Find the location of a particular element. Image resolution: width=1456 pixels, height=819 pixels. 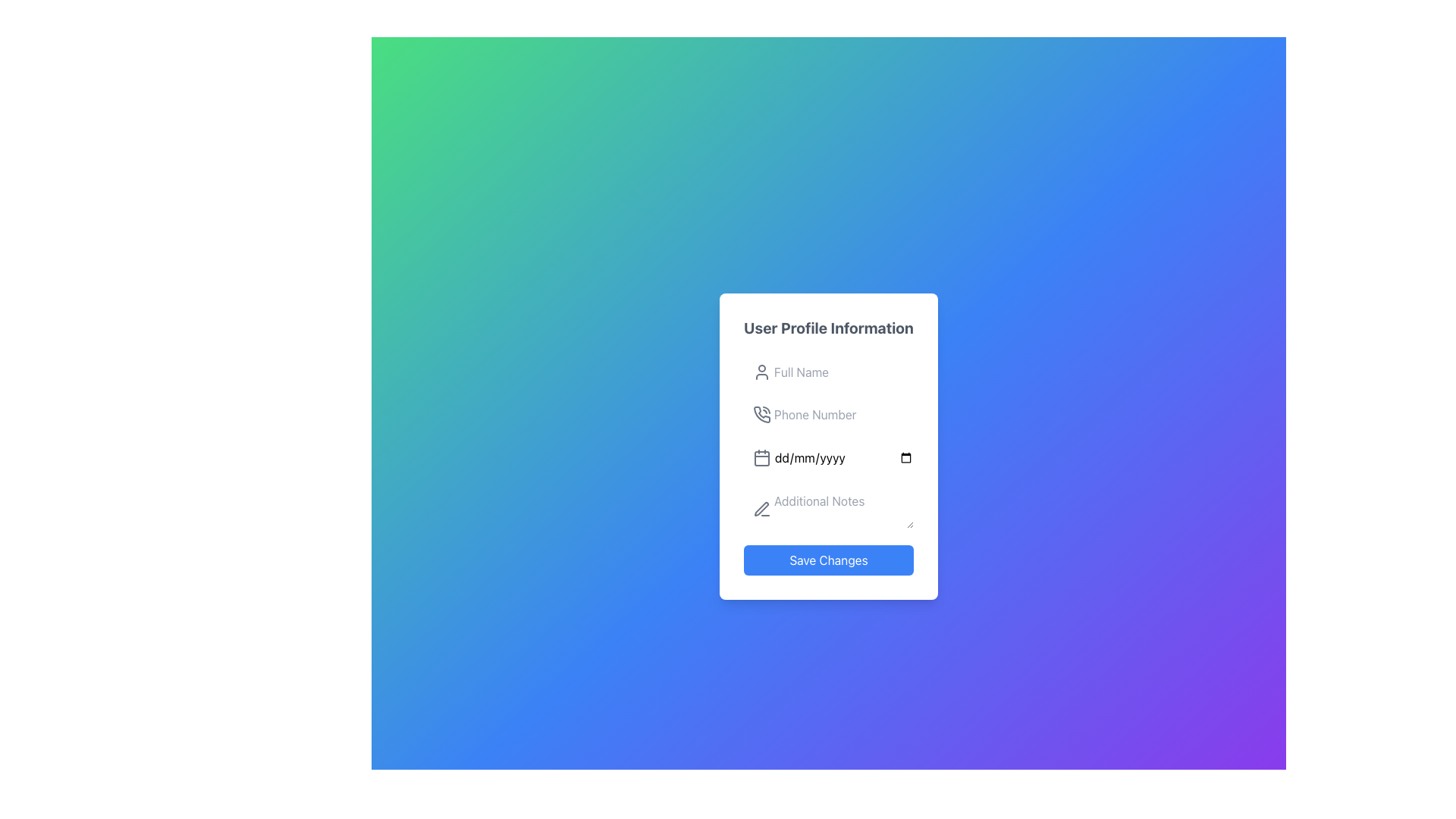

the small light gray pen icon located to the left of the 'Additional Notes' text field in the user profile information form is located at coordinates (761, 509).